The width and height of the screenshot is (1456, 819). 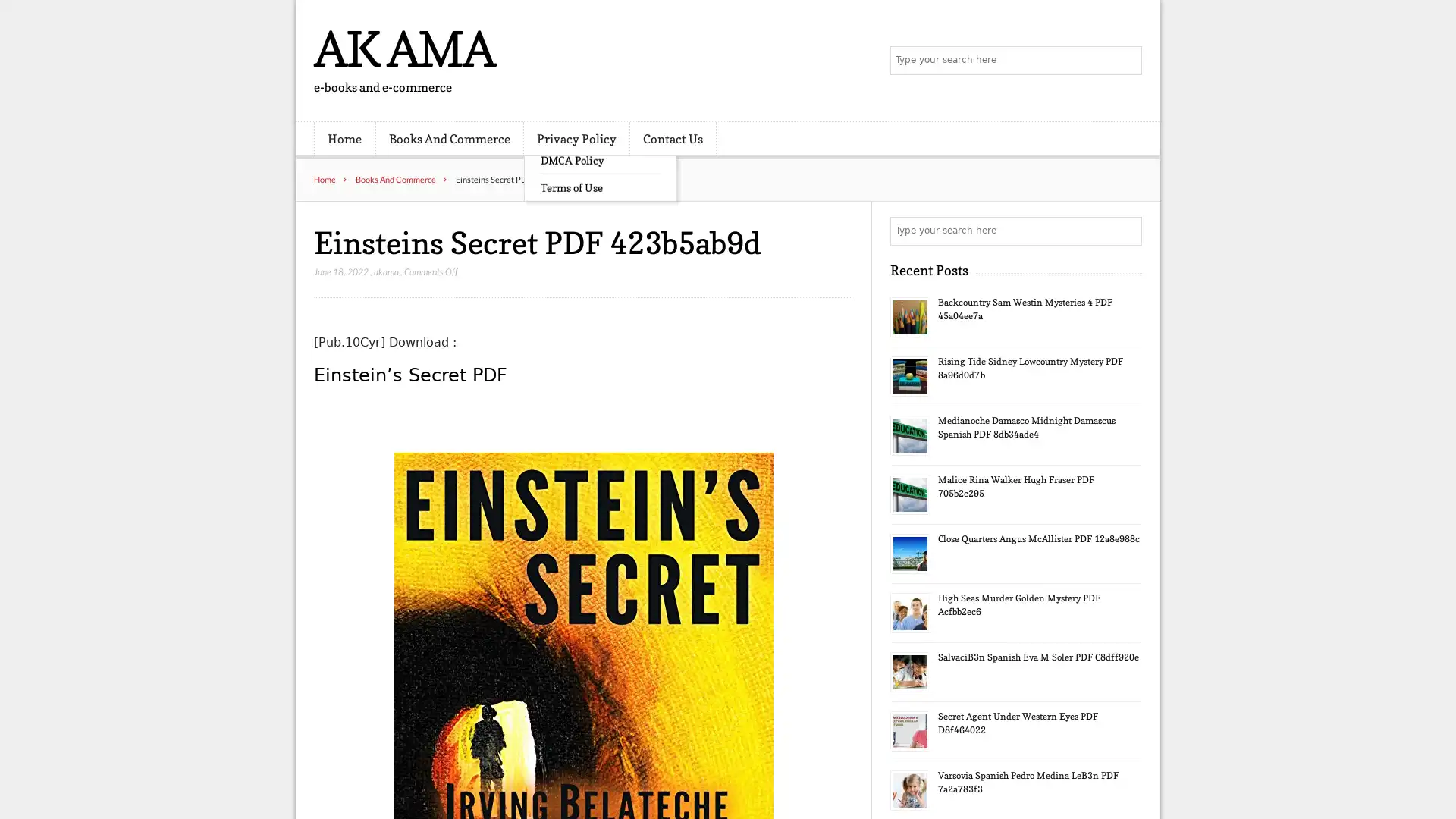 What do you see at coordinates (1126, 231) in the screenshot?
I see `Search` at bounding box center [1126, 231].